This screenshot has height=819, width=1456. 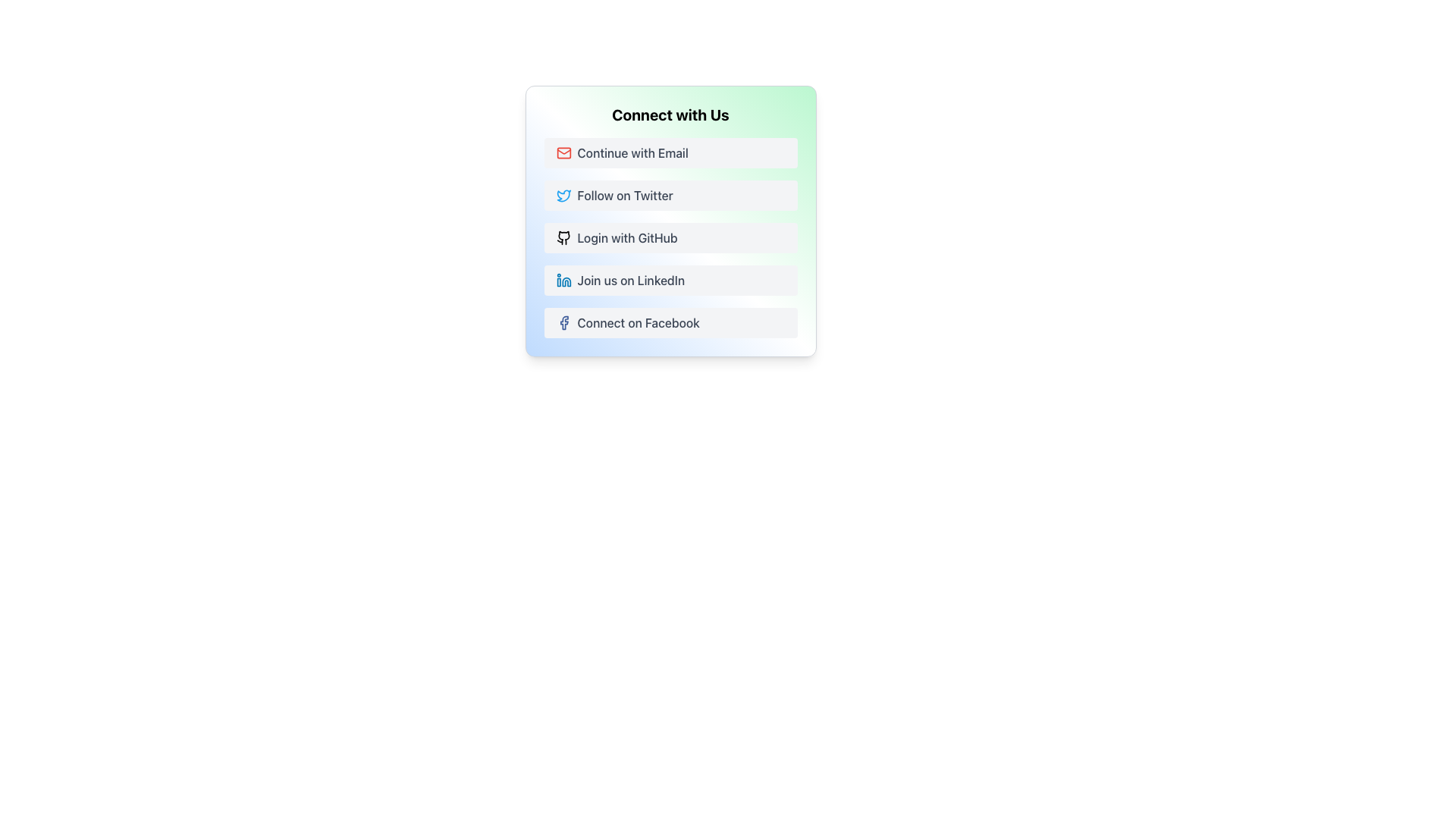 What do you see at coordinates (563, 237) in the screenshot?
I see `the GitHub logo icon, which is a small black and white cat-like figure inside a circle, located to the left of the 'Login with GitHub' button` at bounding box center [563, 237].